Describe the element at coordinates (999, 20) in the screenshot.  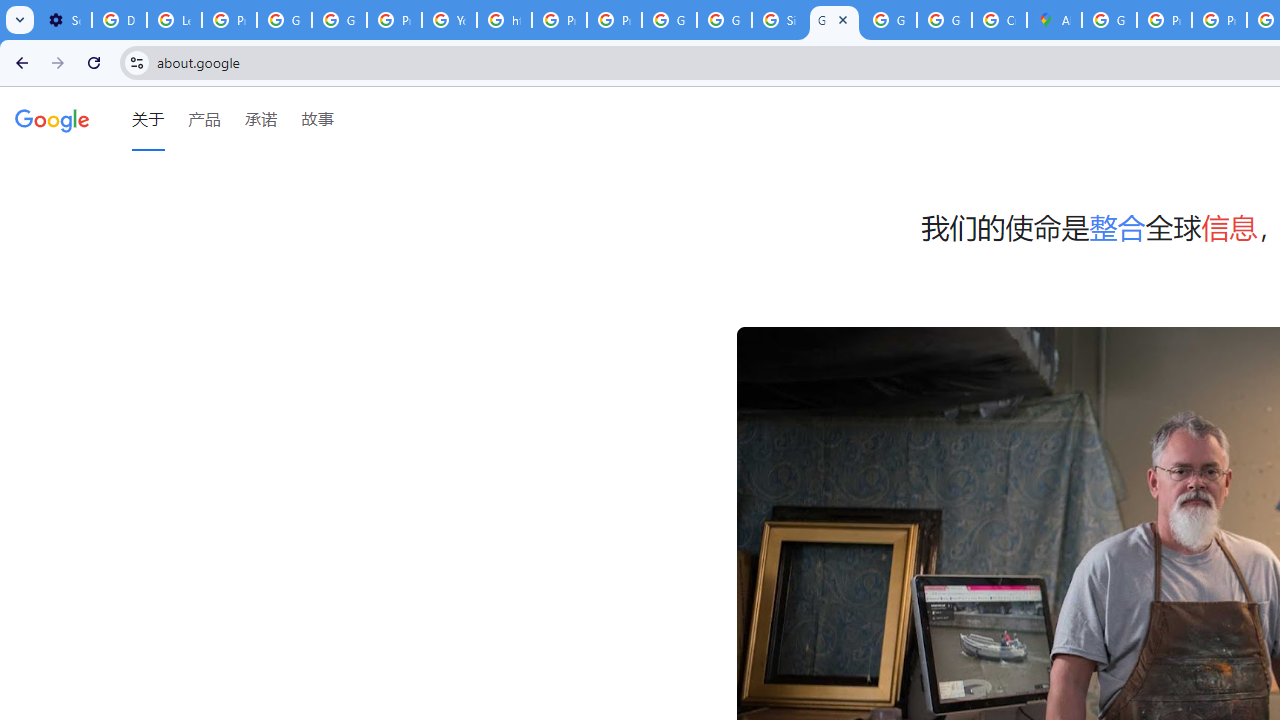
I see `'Create your Google Account'` at that location.